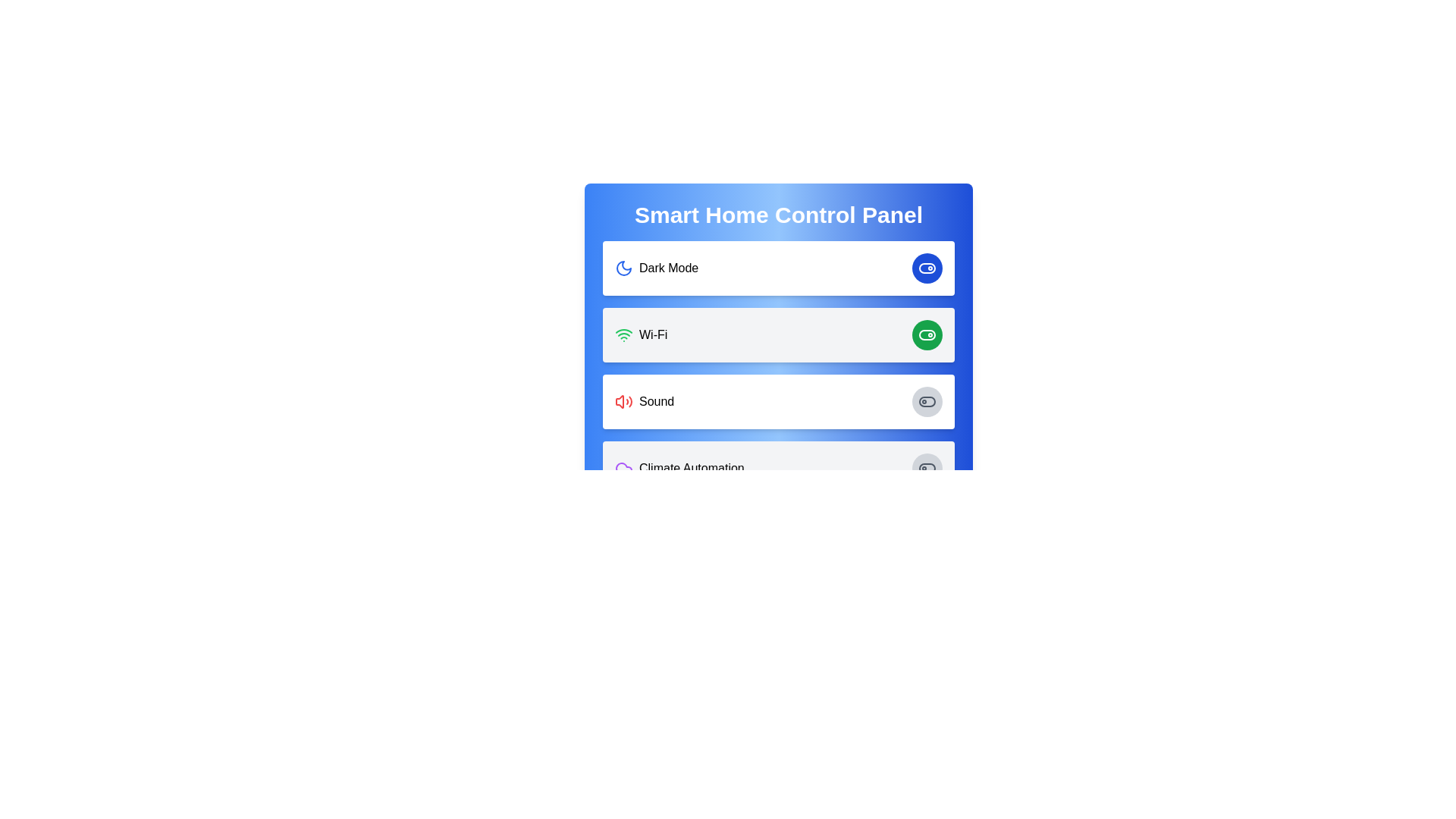 Image resolution: width=1456 pixels, height=819 pixels. Describe the element at coordinates (641, 334) in the screenshot. I see `the Wi-Fi option icon and label pair in the smart home control panel, which is positioned to the left of the green circular toggle button` at that location.